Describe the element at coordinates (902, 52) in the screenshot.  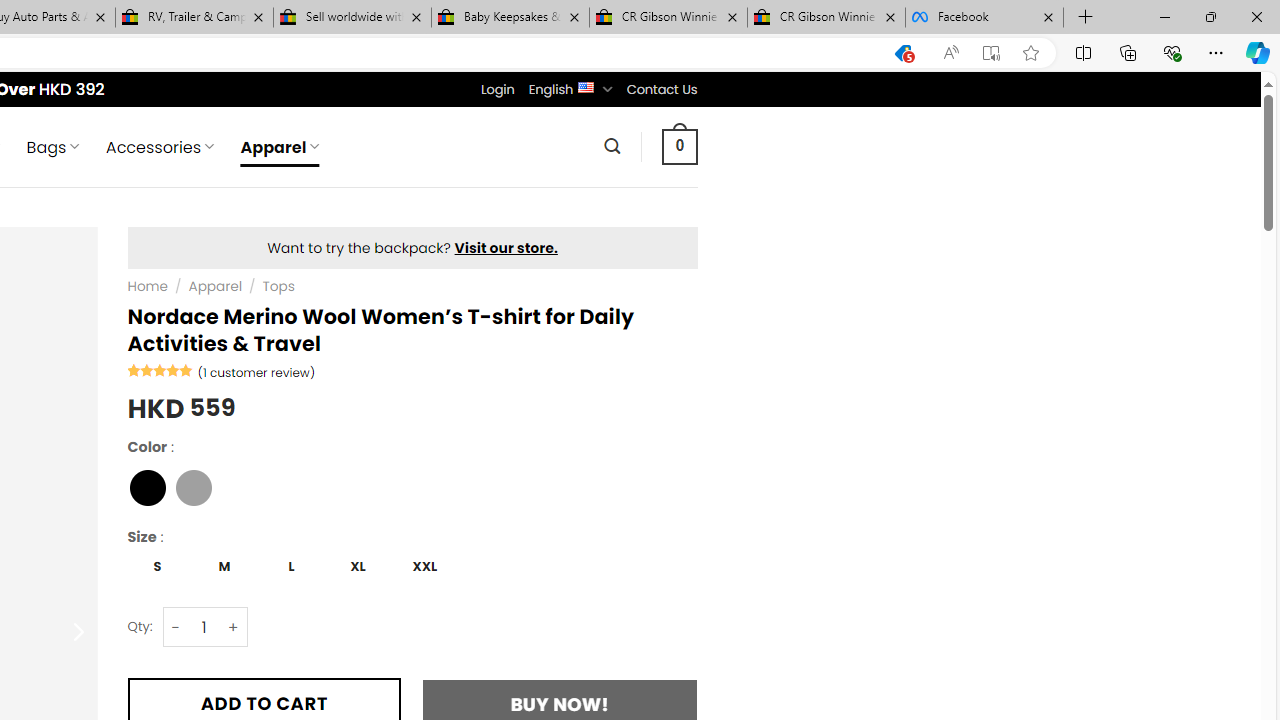
I see `'This site has coupons! Shopping in Microsoft Edge, 5'` at that location.